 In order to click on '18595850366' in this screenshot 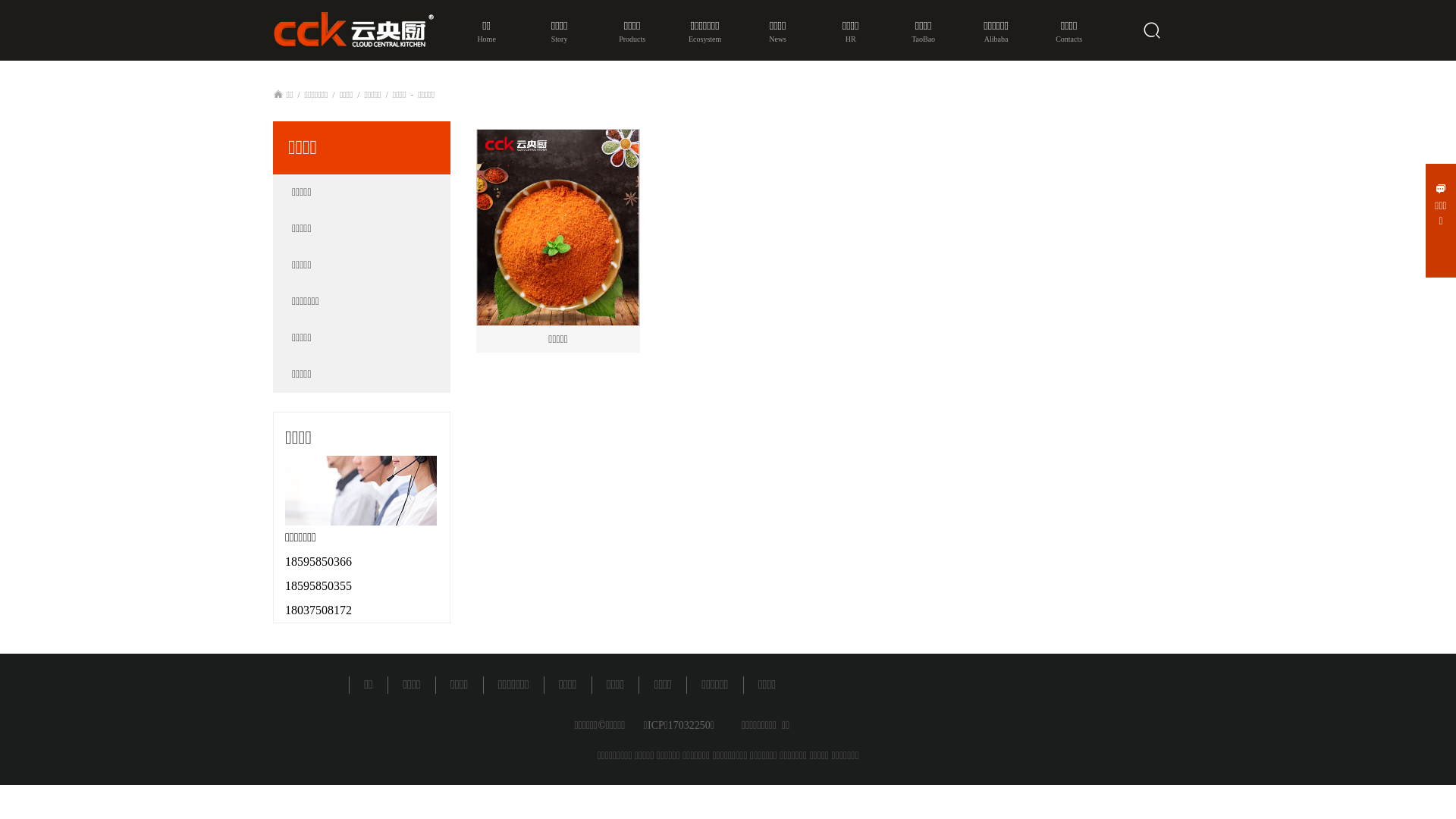, I will do `click(318, 561)`.